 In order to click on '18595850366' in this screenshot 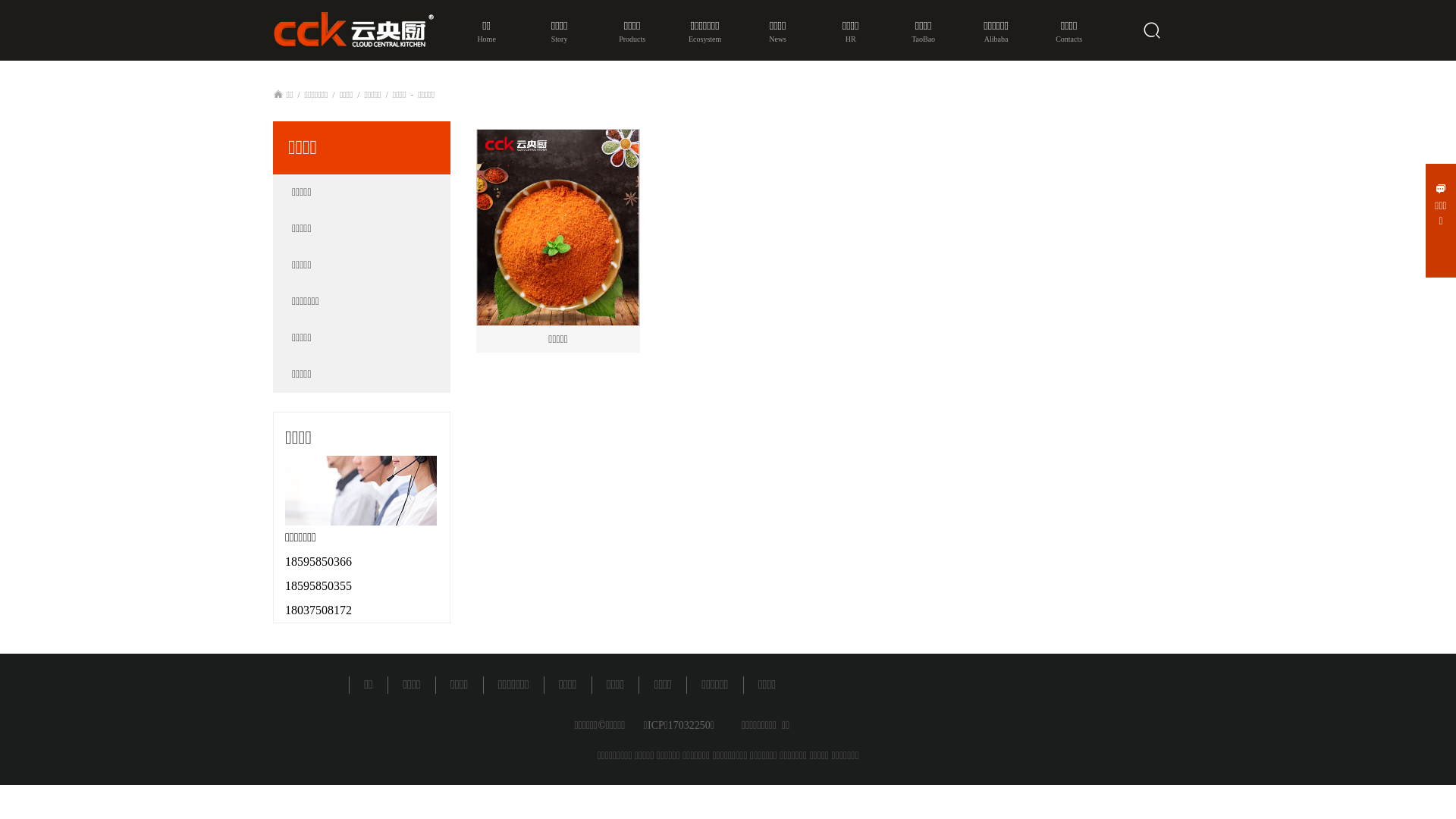, I will do `click(318, 561)`.